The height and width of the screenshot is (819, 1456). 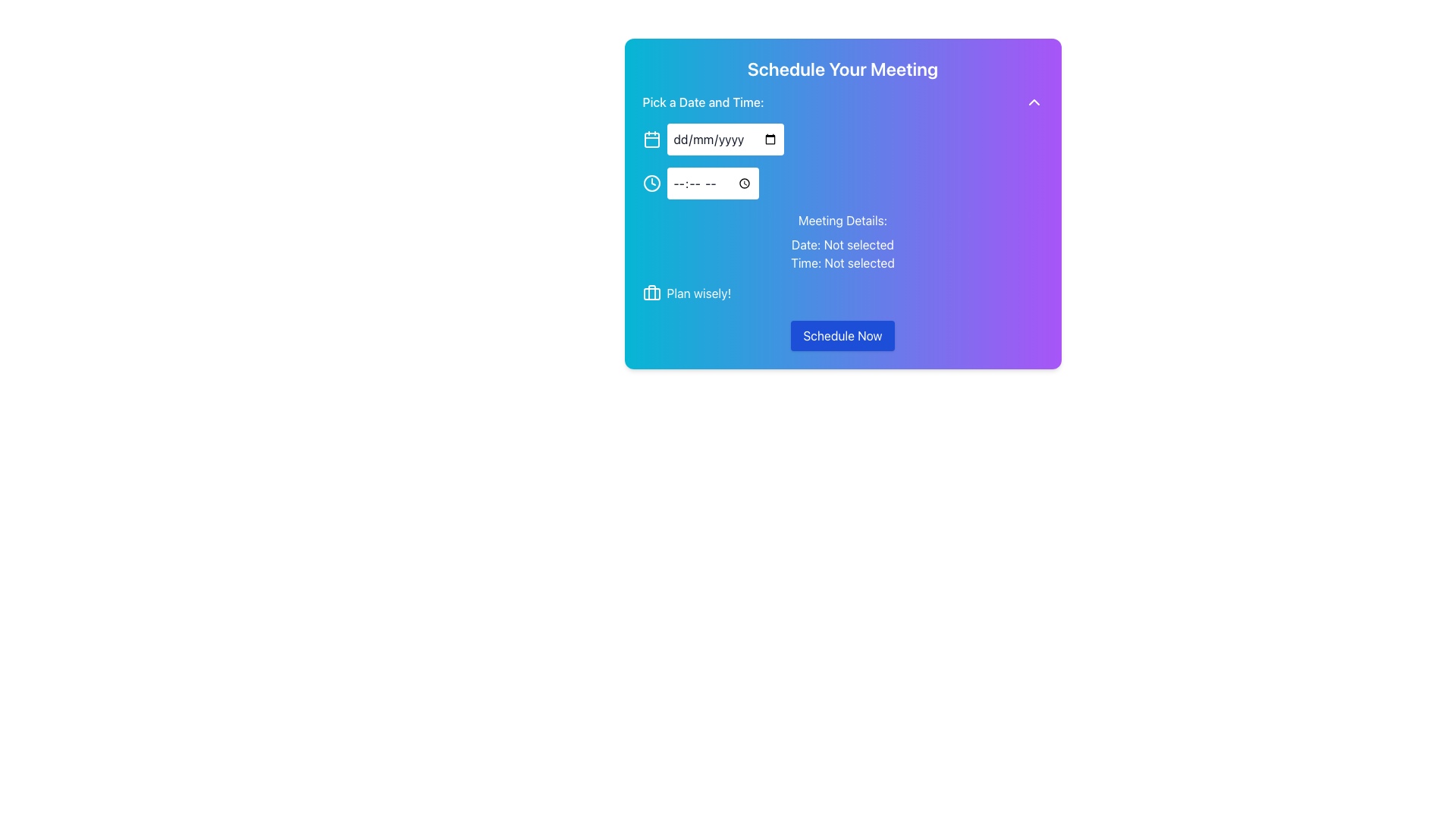 What do you see at coordinates (842, 220) in the screenshot?
I see `the text label that reads 'Meeting Details:' which is styled in bold font and is positioned above the 'Date: Not selected' text` at bounding box center [842, 220].